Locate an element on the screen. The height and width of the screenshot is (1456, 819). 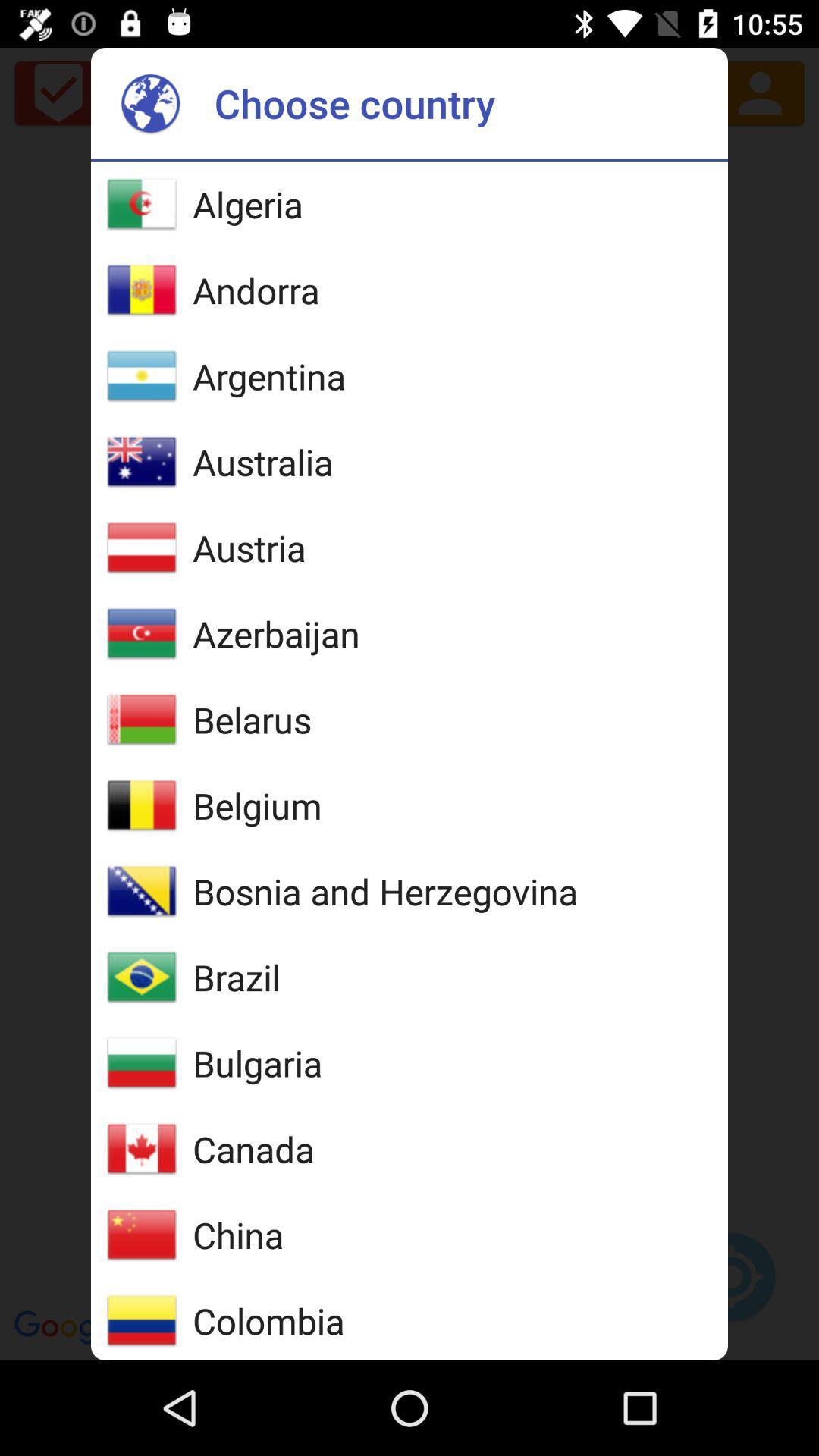
icon above china item is located at coordinates (253, 1149).